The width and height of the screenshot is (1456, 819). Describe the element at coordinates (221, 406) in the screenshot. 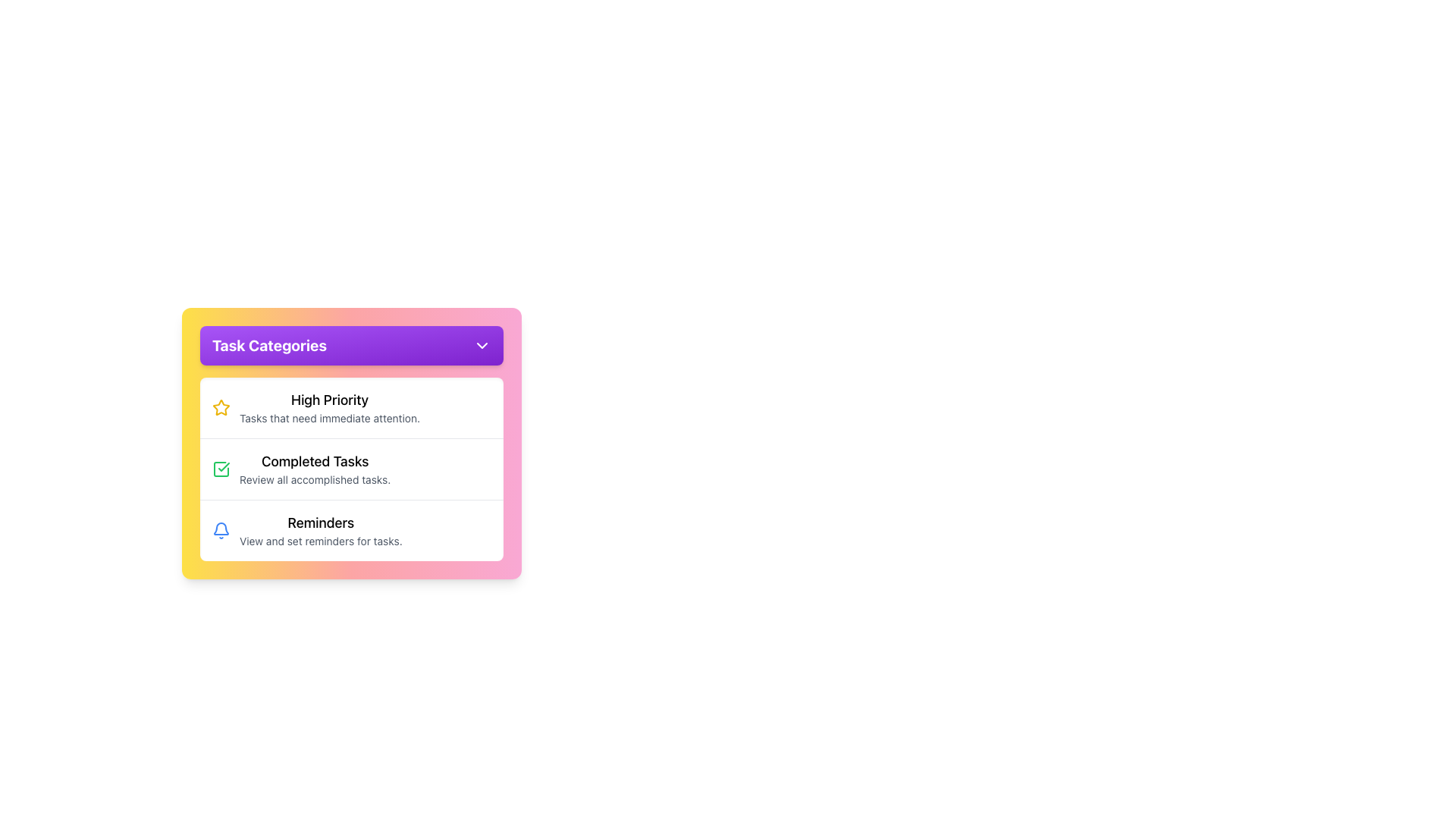

I see `the icon representing high-priority tasks located in the 'Task Categories' section at the top left corner of the interface` at that location.